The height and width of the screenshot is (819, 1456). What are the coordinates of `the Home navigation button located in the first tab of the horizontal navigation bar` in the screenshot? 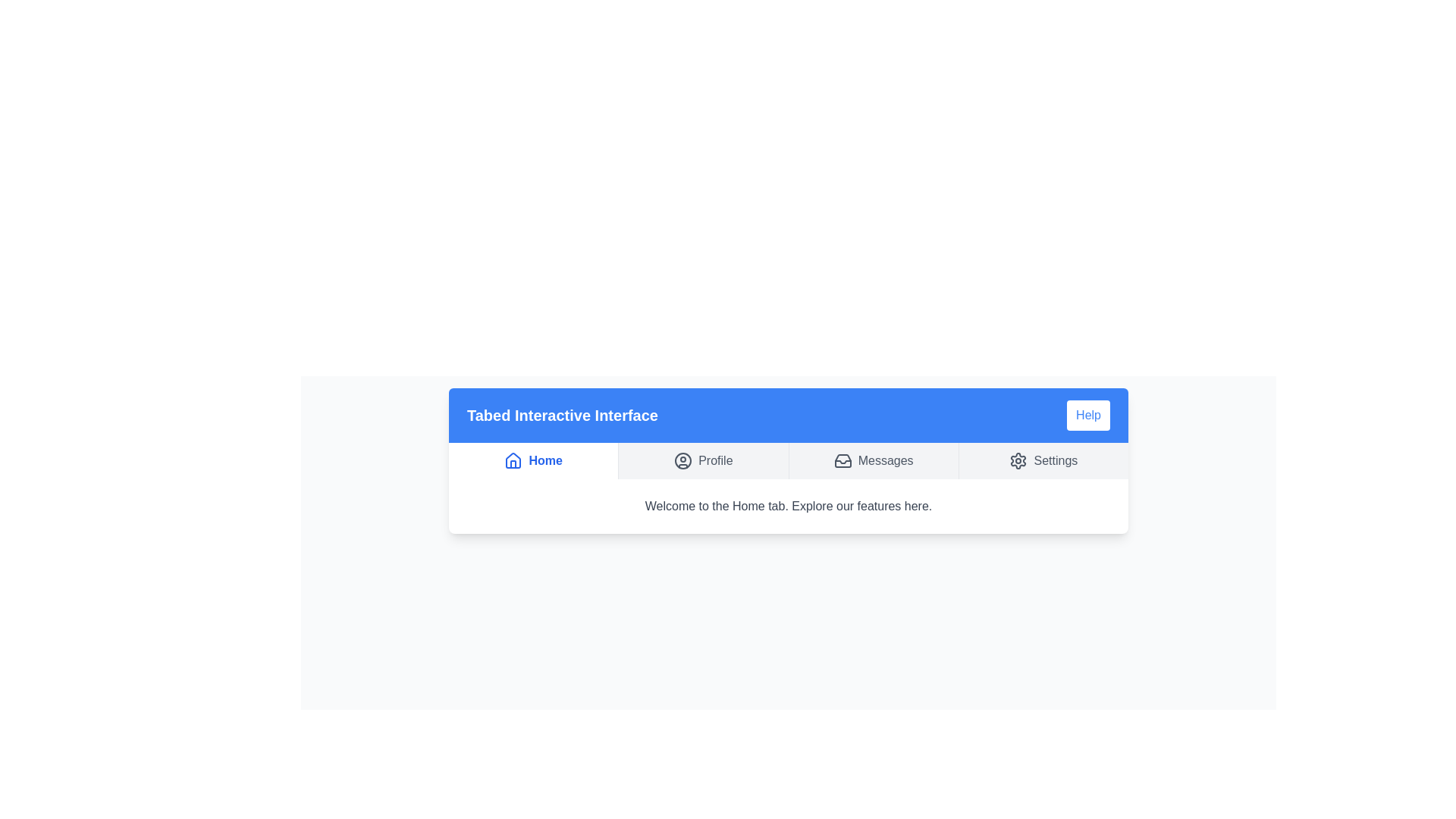 It's located at (533, 460).